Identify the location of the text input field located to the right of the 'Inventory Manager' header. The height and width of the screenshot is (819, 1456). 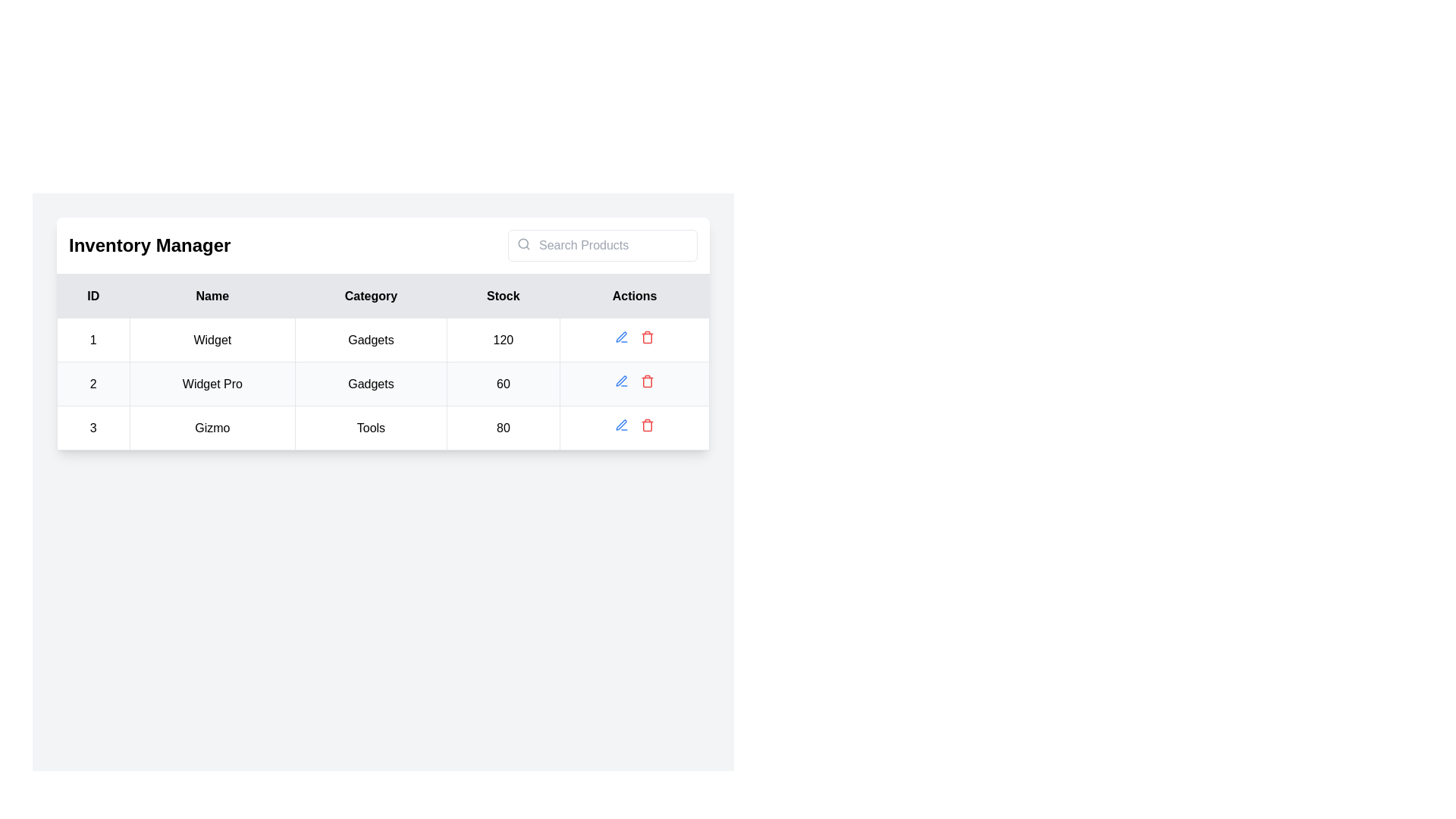
(602, 245).